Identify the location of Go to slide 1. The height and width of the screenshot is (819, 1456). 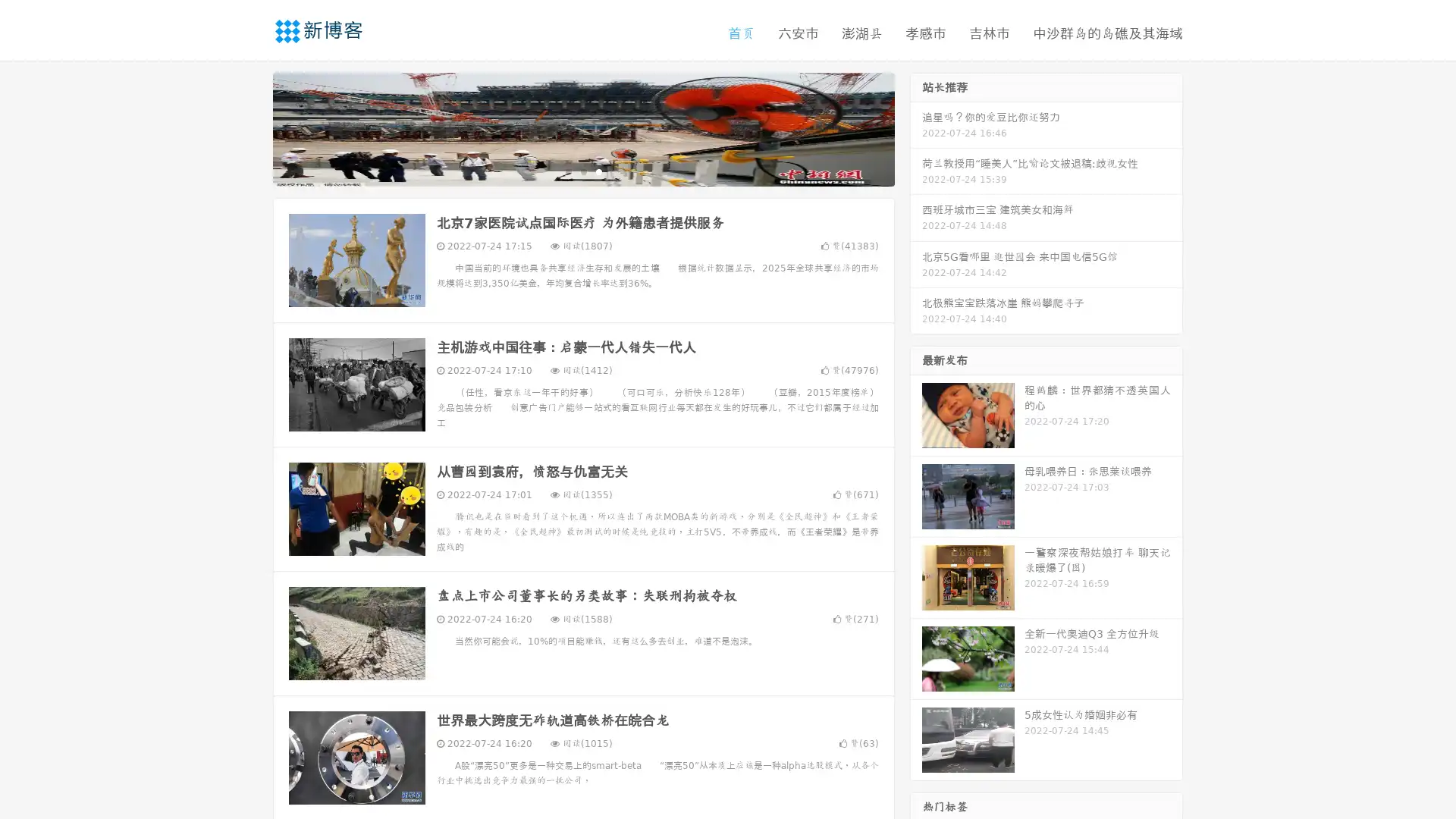
(567, 171).